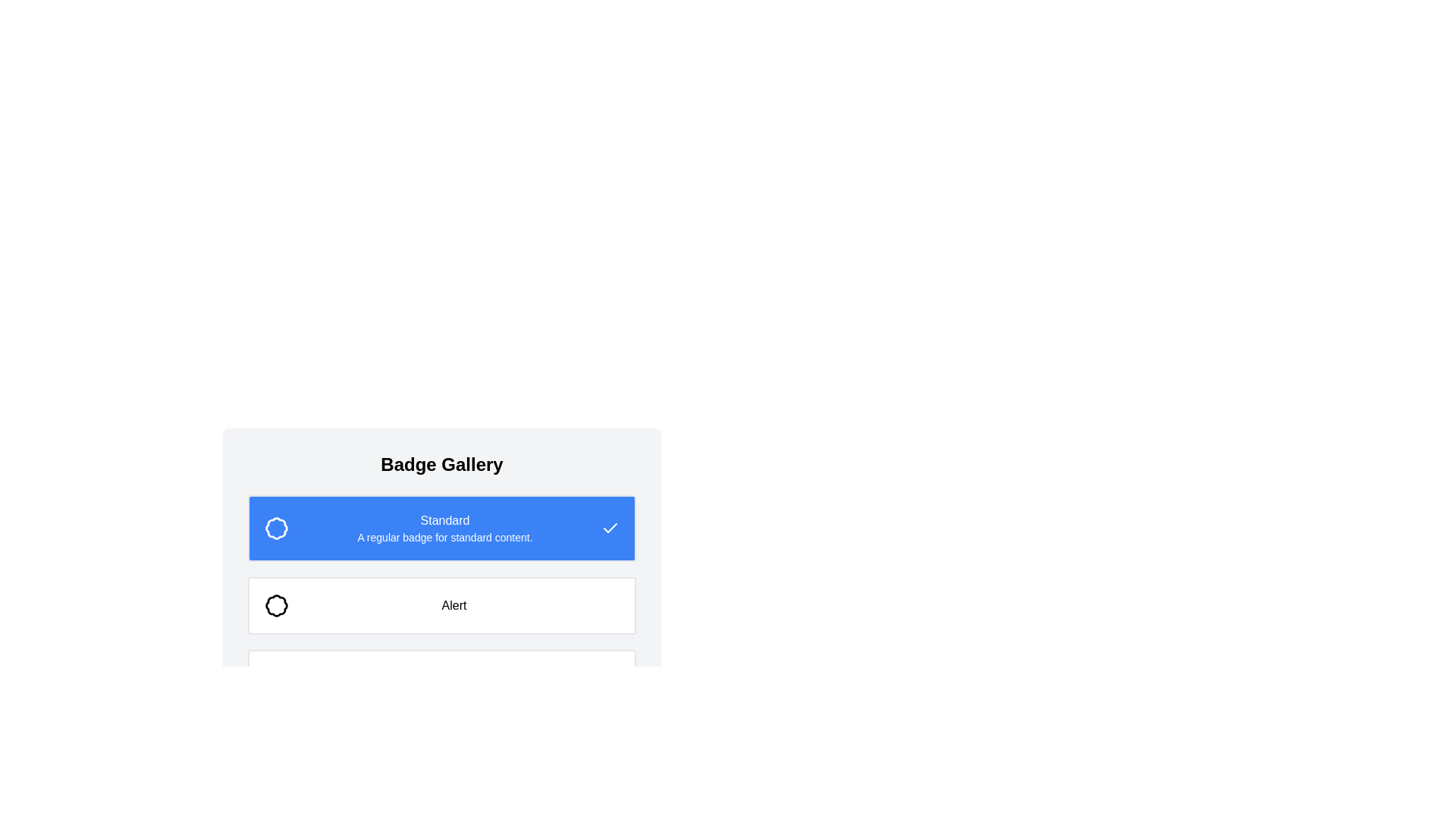  What do you see at coordinates (444, 537) in the screenshot?
I see `the text element displaying 'A regular badge for standard content.' which is located beneath the 'Standard' text in the blue section` at bounding box center [444, 537].